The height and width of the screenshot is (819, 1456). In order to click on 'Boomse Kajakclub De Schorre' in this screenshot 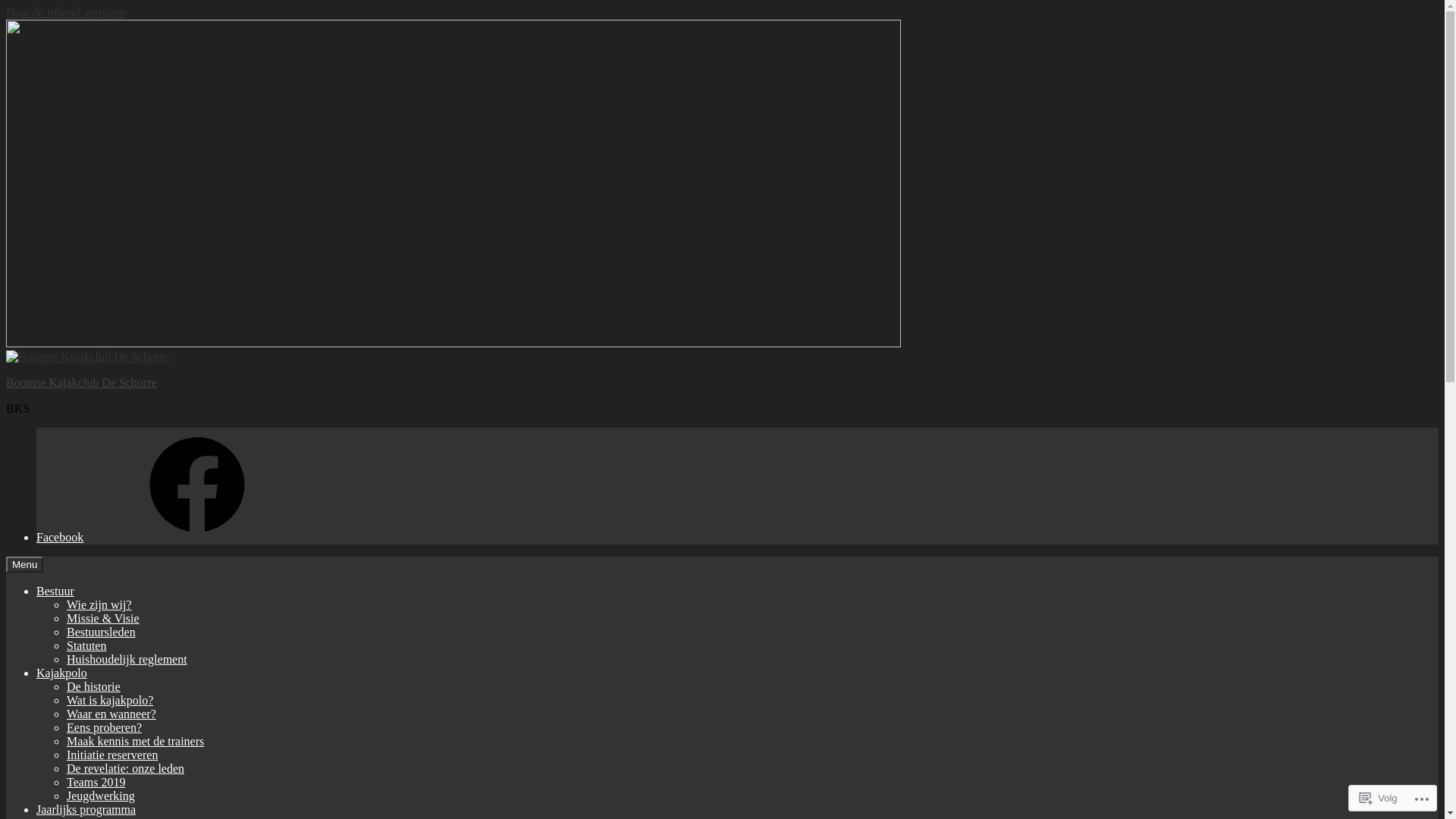, I will do `click(80, 381)`.